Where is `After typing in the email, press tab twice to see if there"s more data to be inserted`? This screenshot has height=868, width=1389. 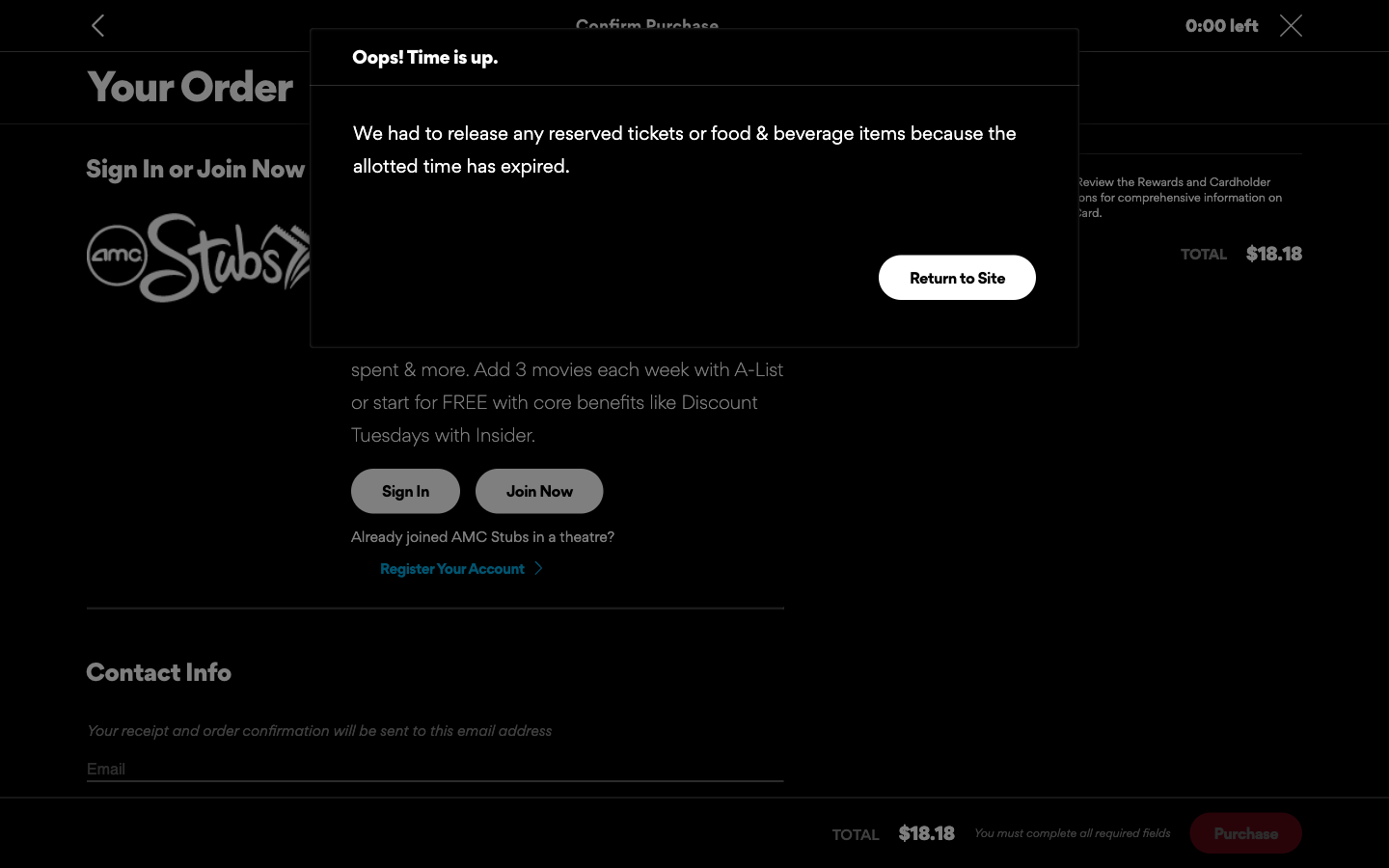
After typing in the email, press tab twice to see if there"s more data to be inserted is located at coordinates (435, 769).